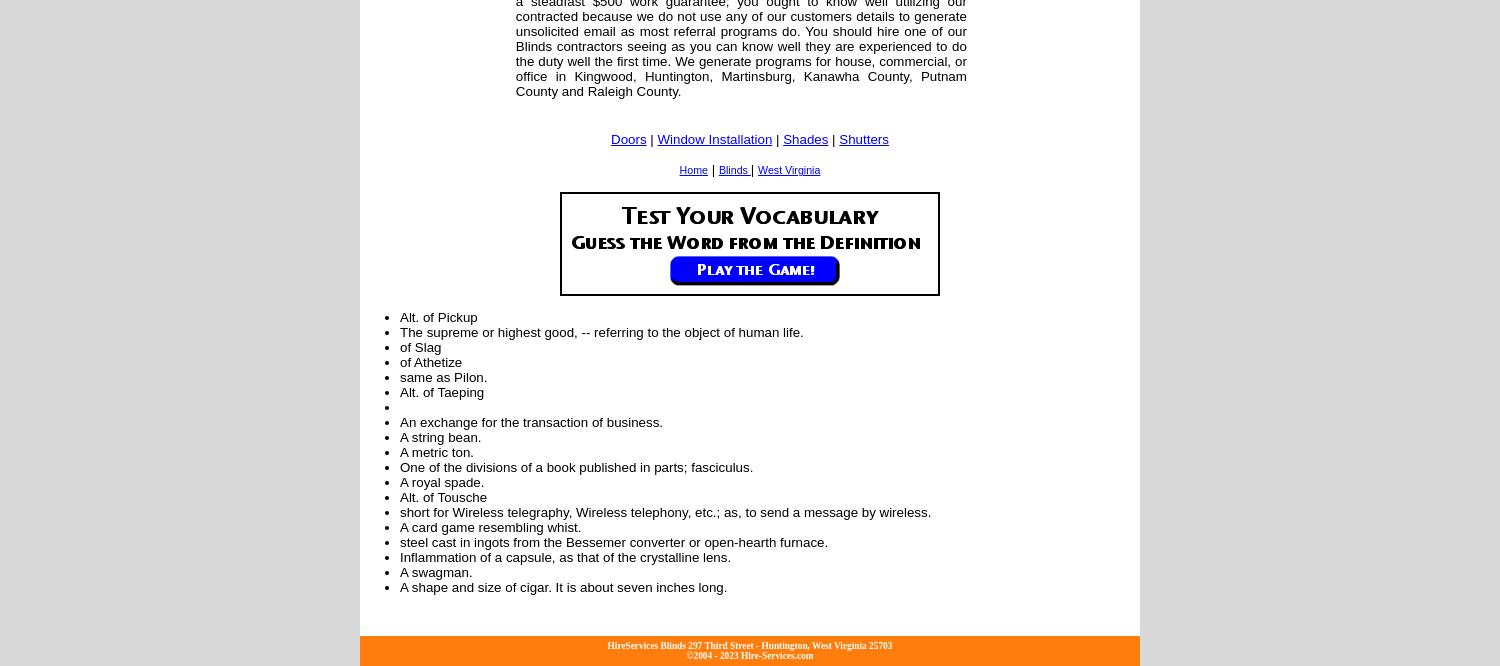  What do you see at coordinates (400, 510) in the screenshot?
I see `'short for Wireless telegraphy, Wireless telephony, etc.; as, to send a message by wireless.'` at bounding box center [400, 510].